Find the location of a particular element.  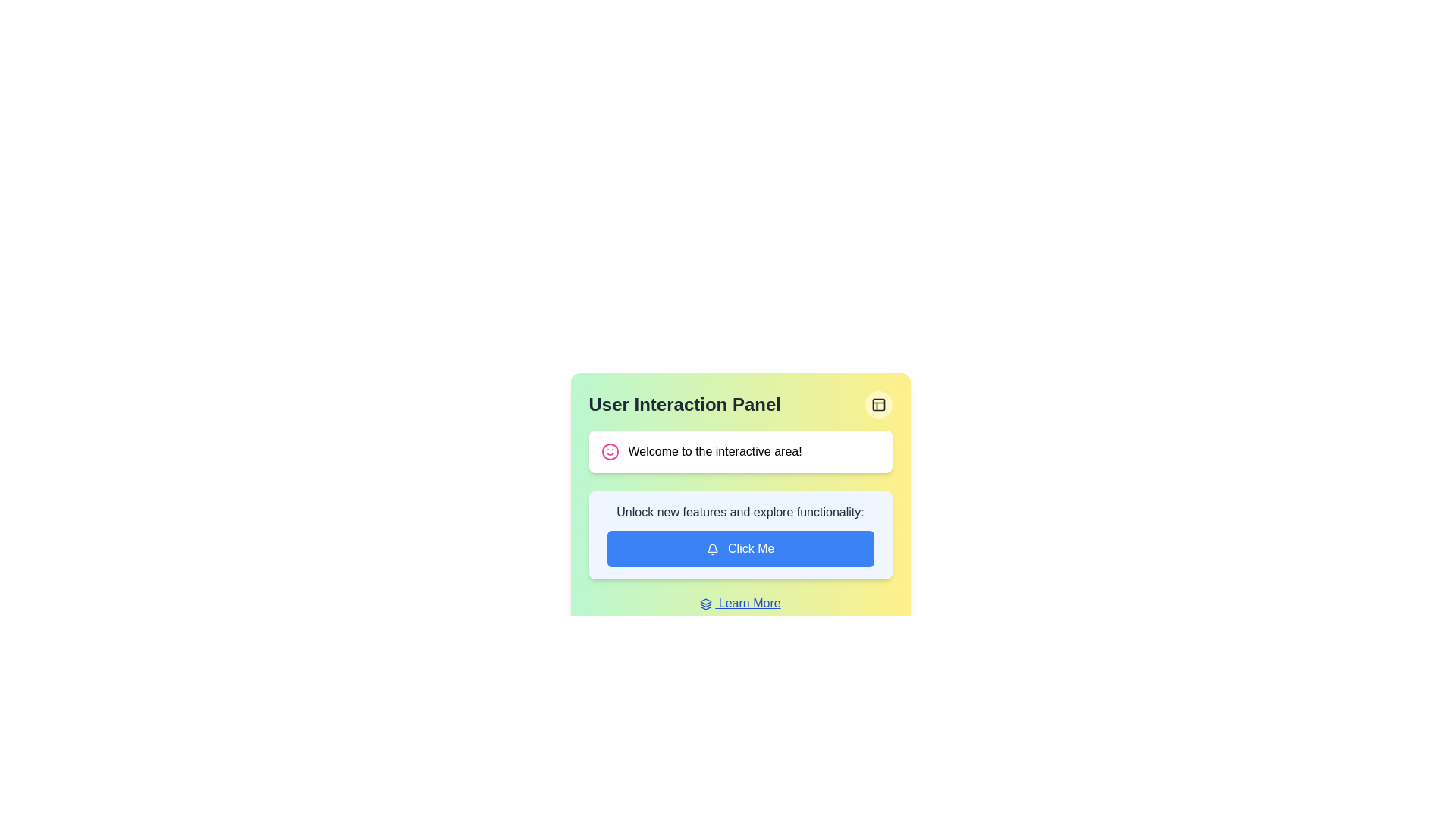

the hyperlink styled as a button located at the bottom center of the 'User Interaction Panel' is located at coordinates (740, 602).